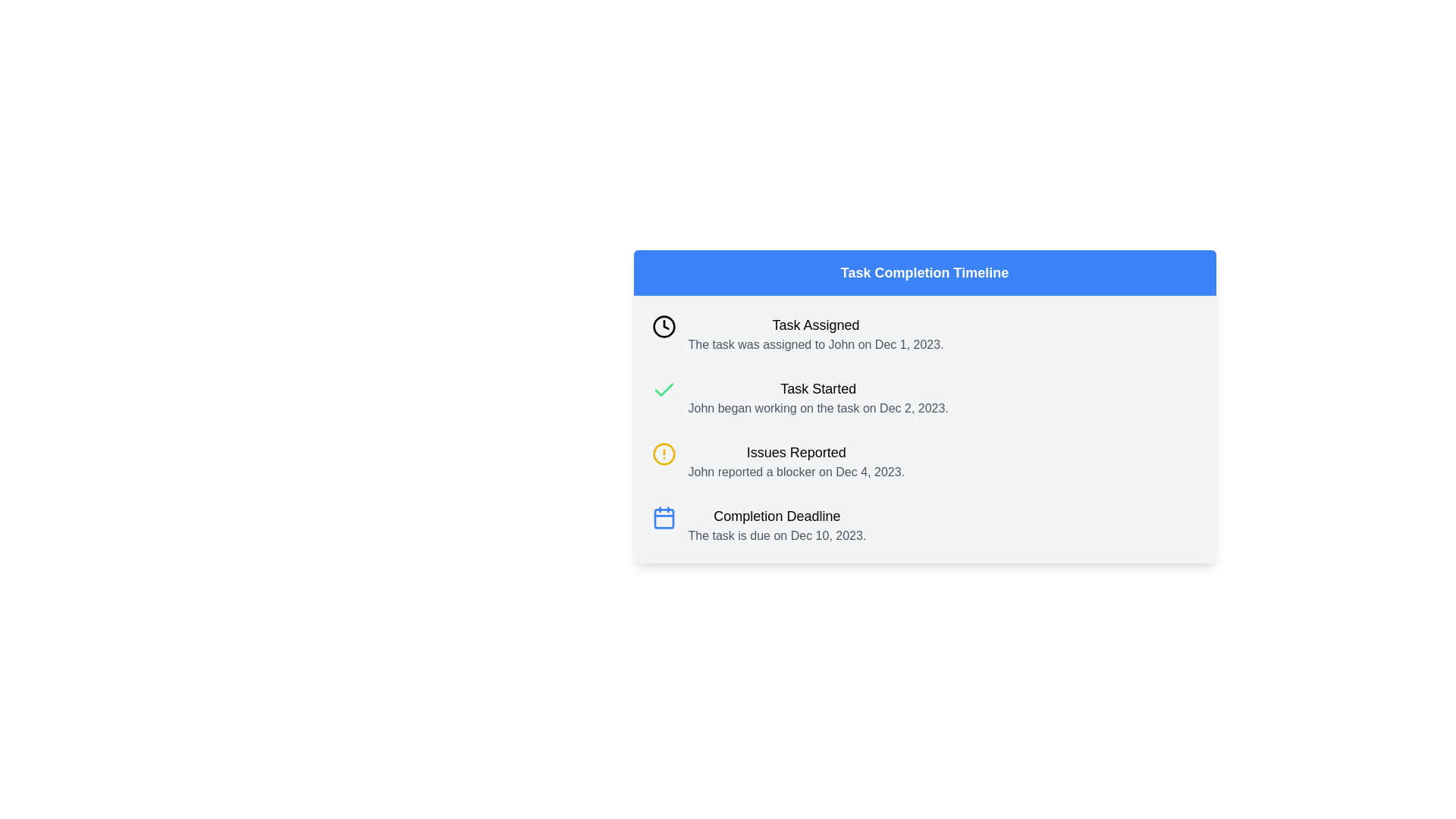 This screenshot has width=1456, height=819. What do you see at coordinates (924, 333) in the screenshot?
I see `the first item in the 'Task Completion Timeline' list, which displays the status title 'Task Assigned' and a description about task assignment` at bounding box center [924, 333].